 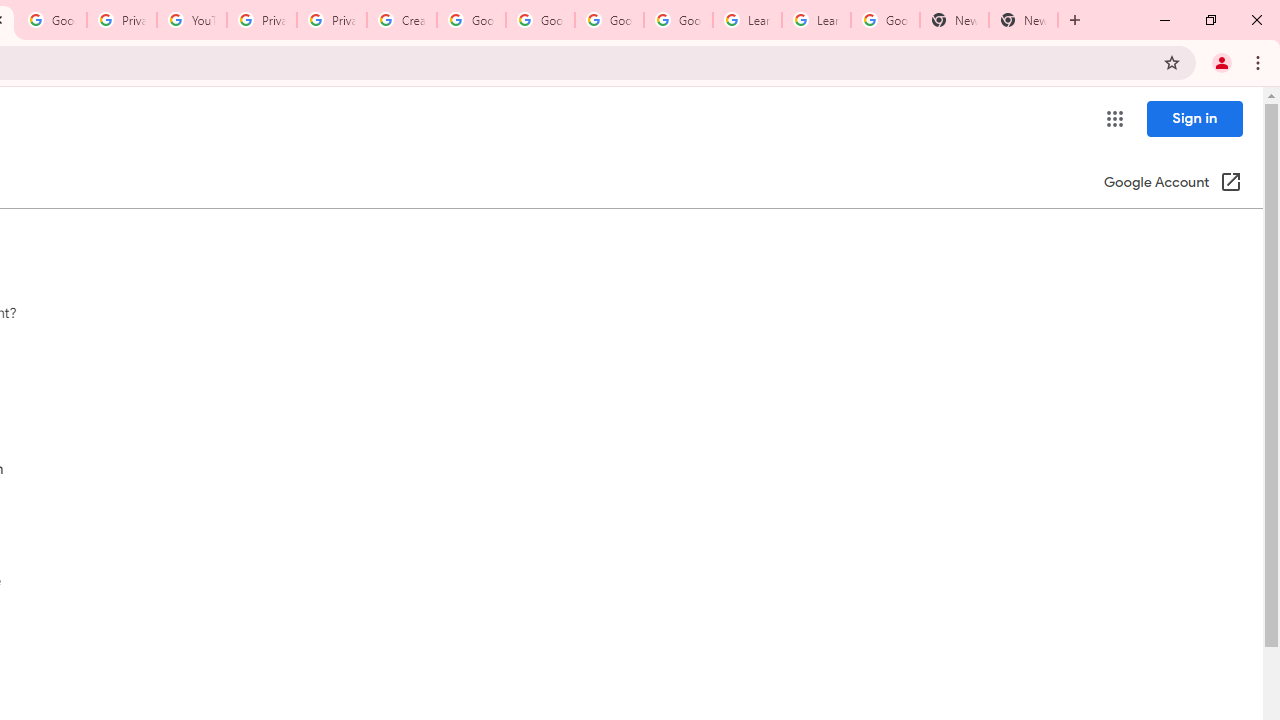 I want to click on 'Google Account (Open in a new window)', so click(x=1173, y=183).